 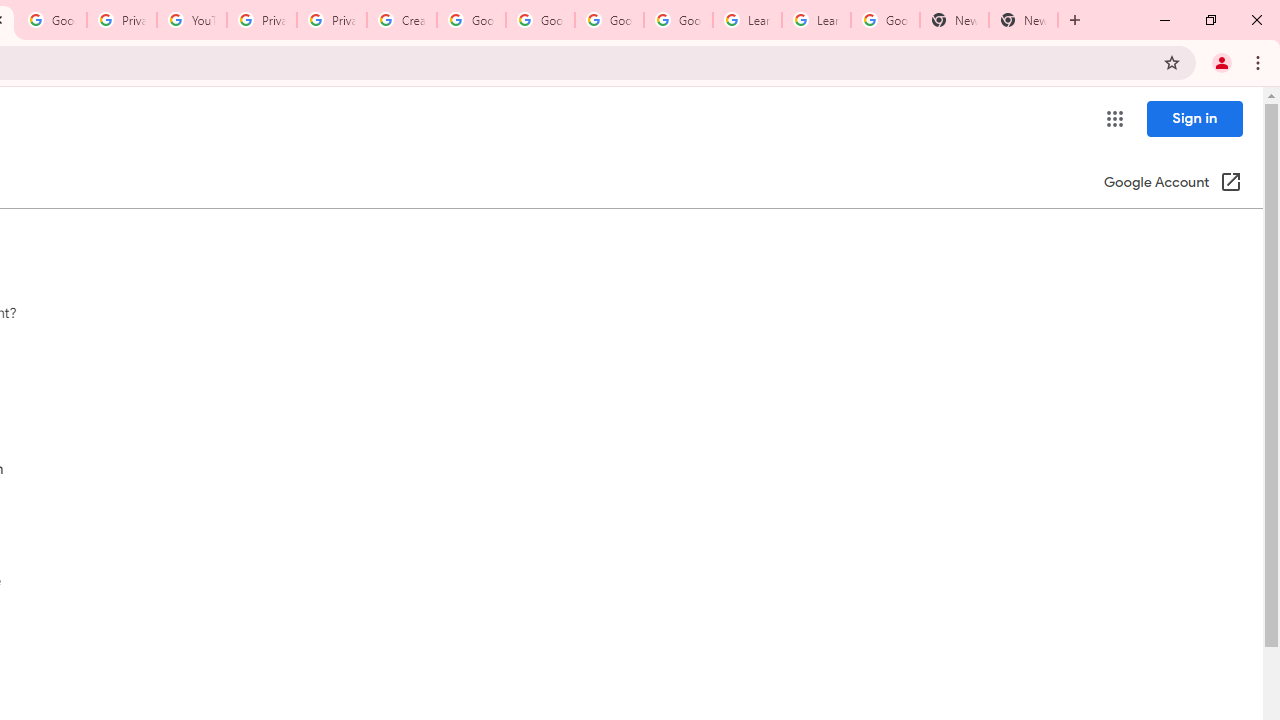 I want to click on 'Google Account (Open in a new window)', so click(x=1173, y=183).